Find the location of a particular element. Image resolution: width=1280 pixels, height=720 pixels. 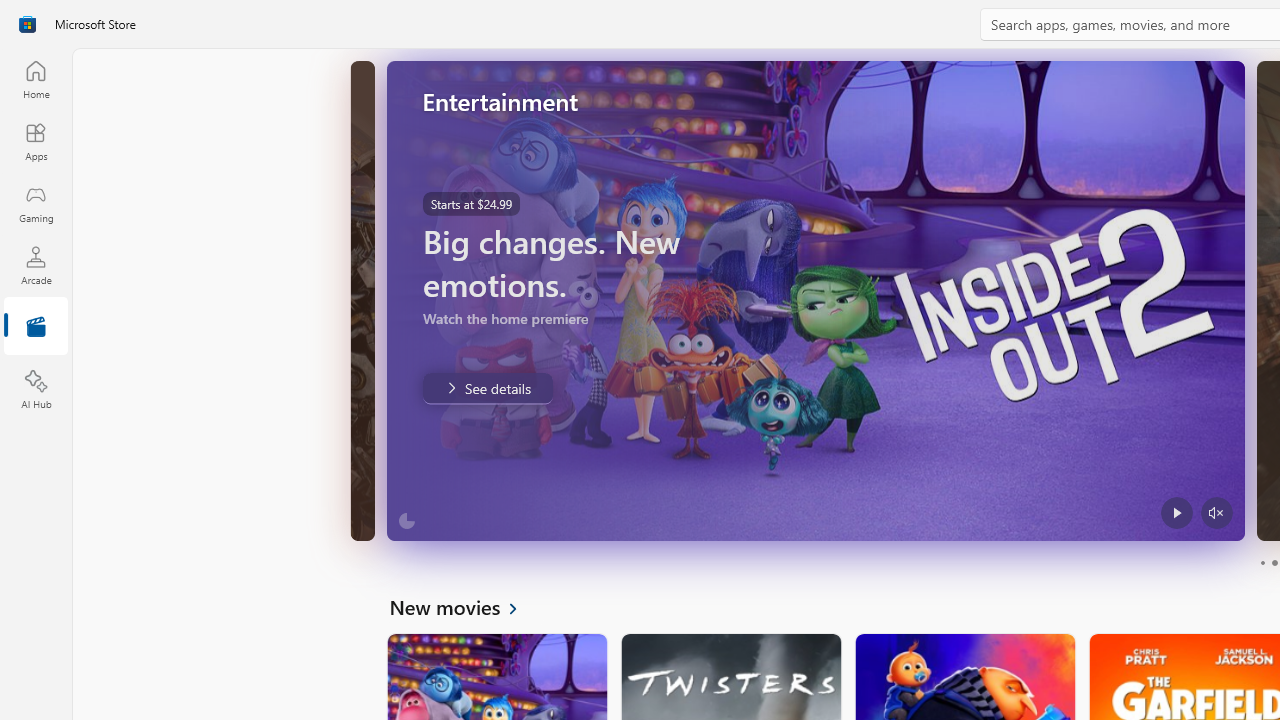

'Unmute' is located at coordinates (1215, 512).